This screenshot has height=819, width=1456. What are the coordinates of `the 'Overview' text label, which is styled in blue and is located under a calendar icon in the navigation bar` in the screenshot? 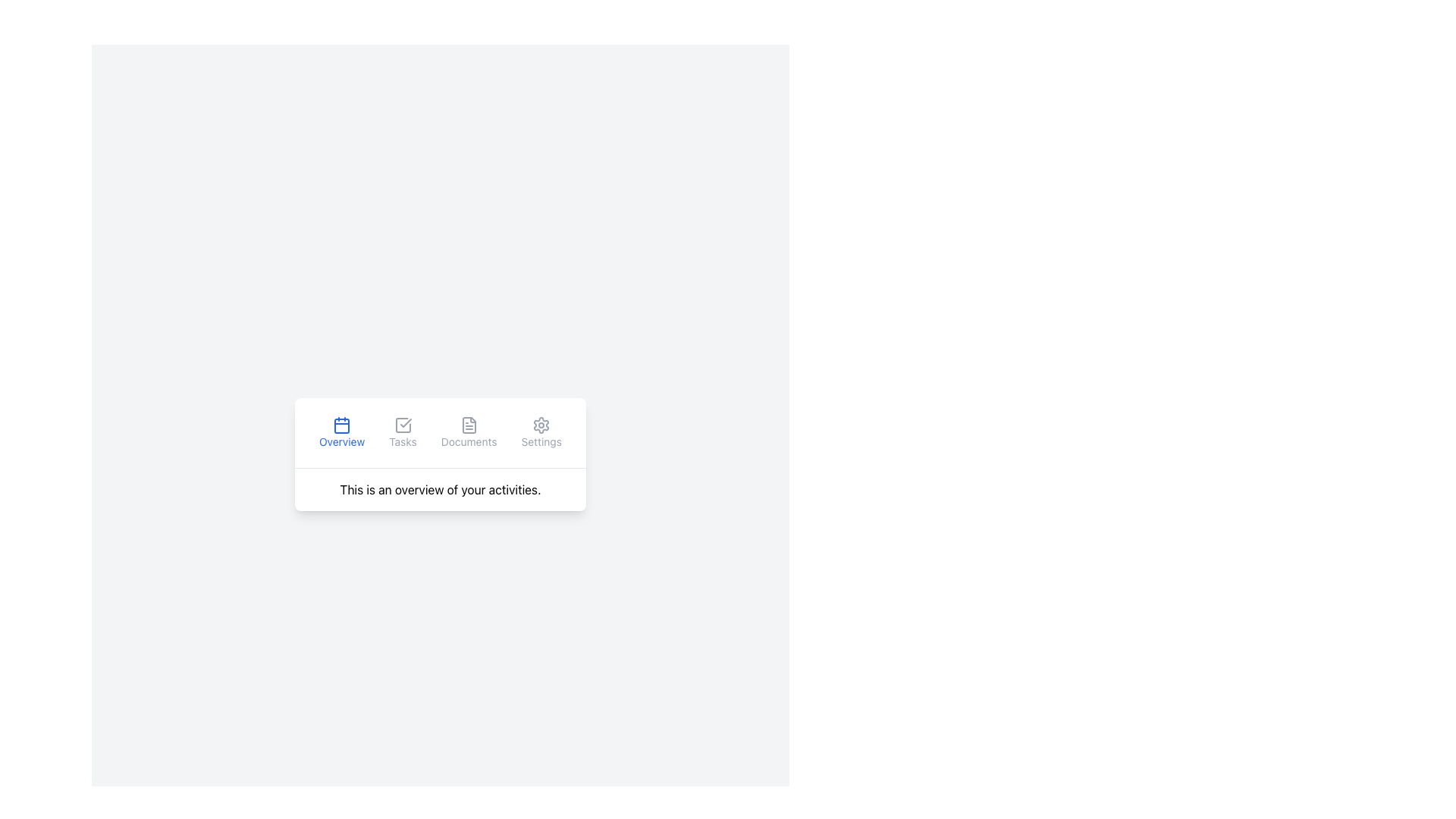 It's located at (341, 441).